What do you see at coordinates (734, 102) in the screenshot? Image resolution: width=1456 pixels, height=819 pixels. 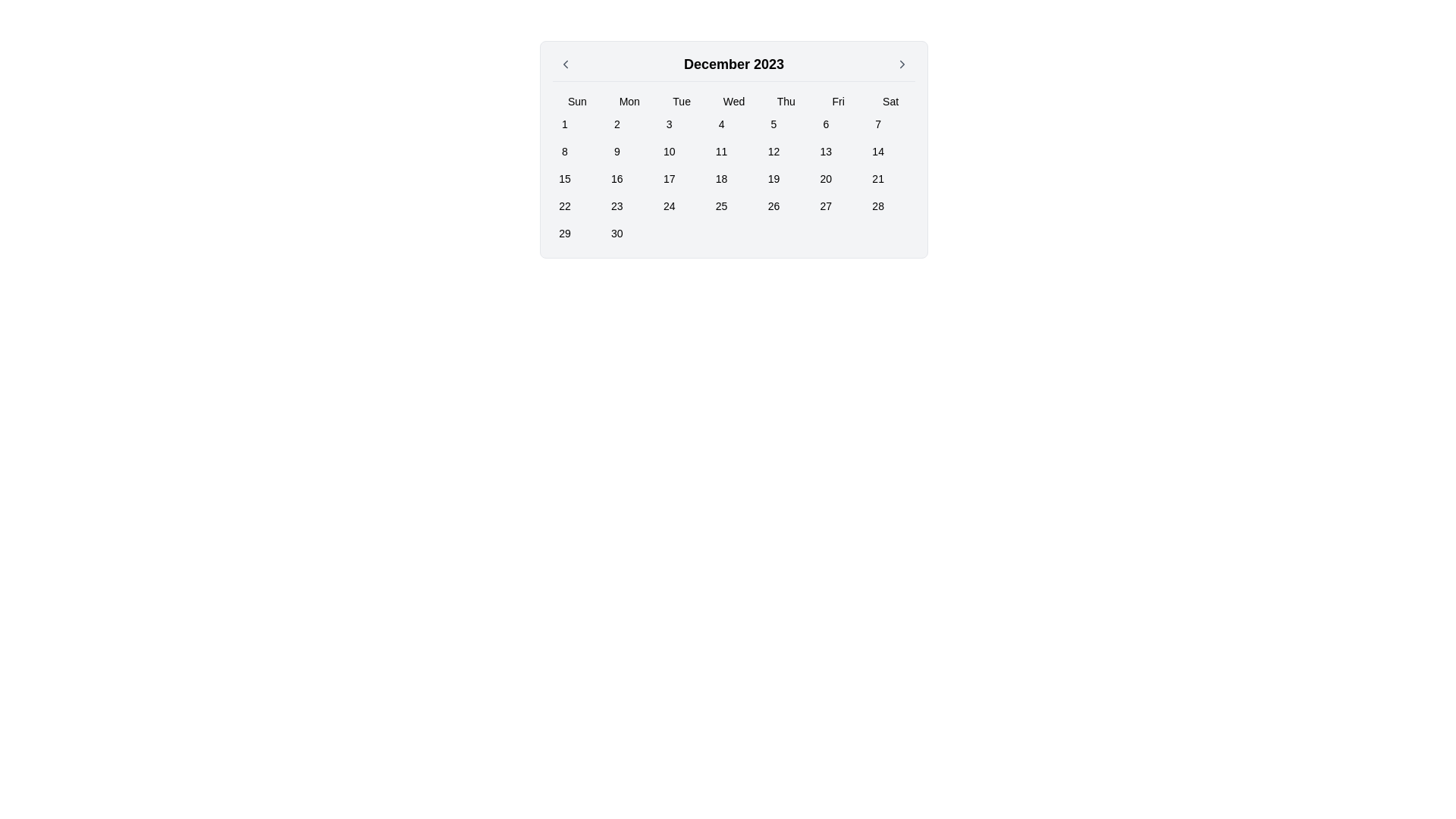 I see `the static text label displaying 'Wed', which is the abbreviation for Wednesday, located in the calendar widget` at bounding box center [734, 102].